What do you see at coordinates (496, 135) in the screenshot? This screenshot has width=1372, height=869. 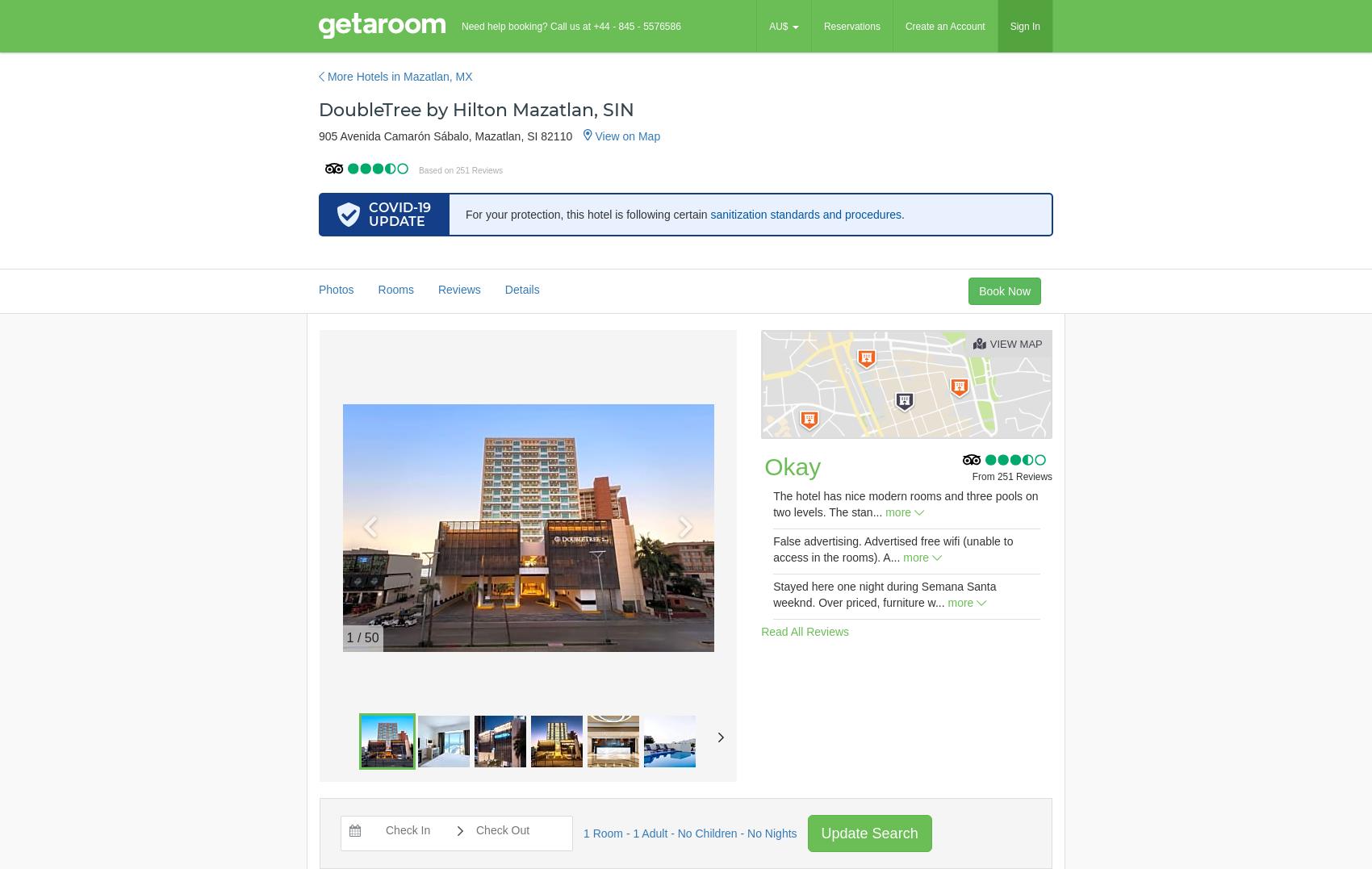 I see `'Mazatlan'` at bounding box center [496, 135].